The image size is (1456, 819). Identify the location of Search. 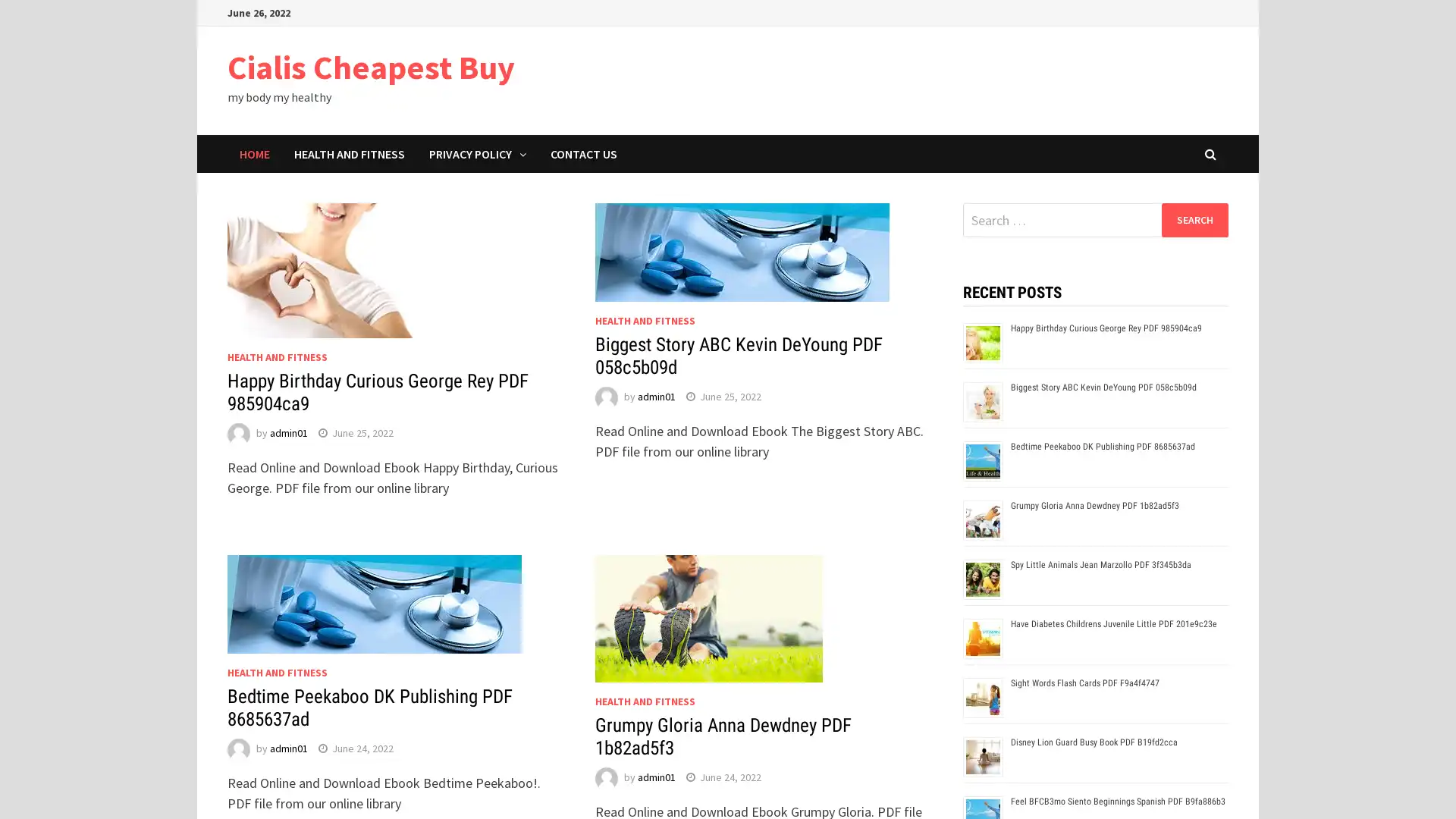
(1194, 219).